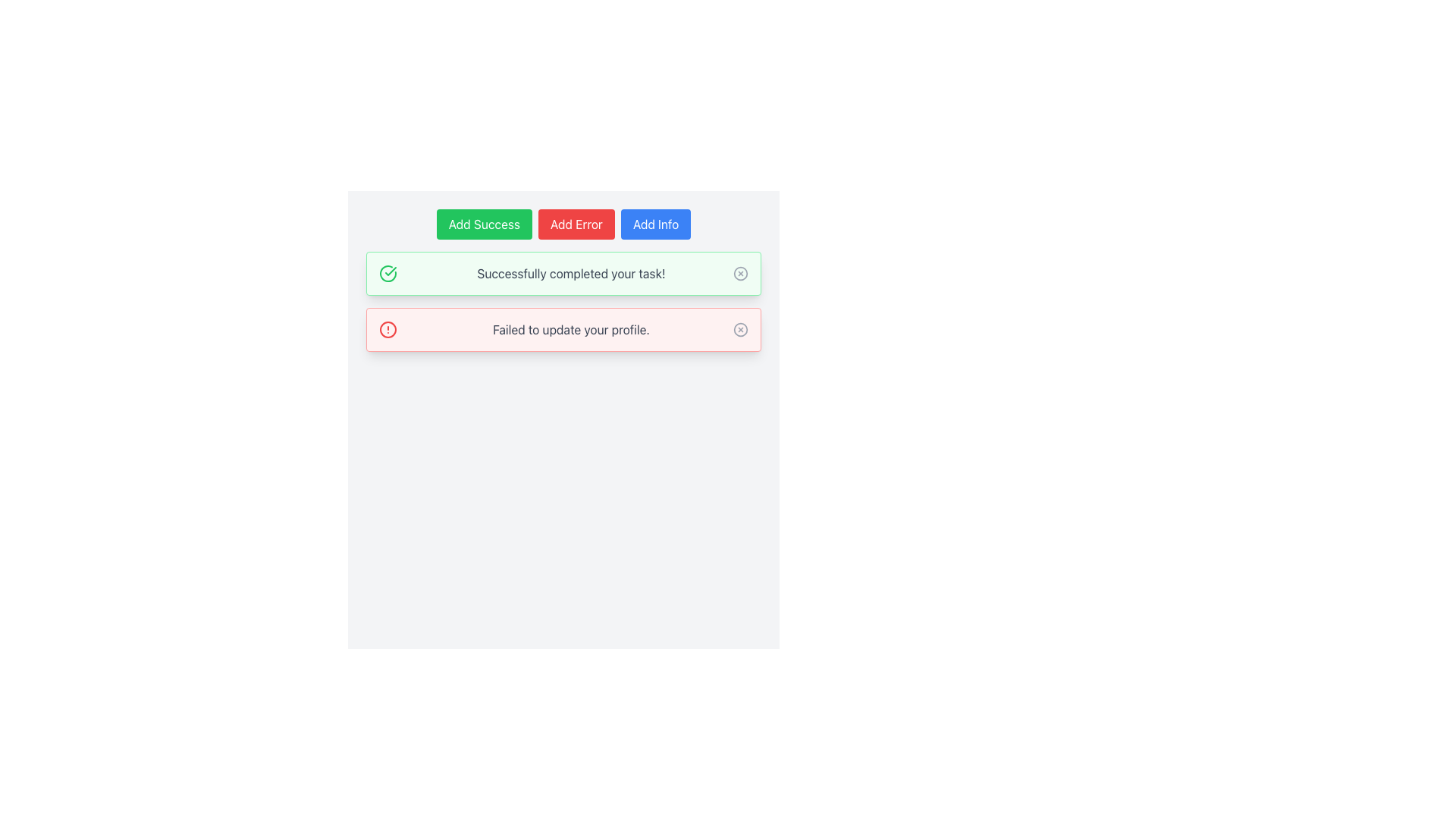  Describe the element at coordinates (388, 274) in the screenshot. I see `the success icon located at the far left of the green notification bar that confirms task completion` at that location.